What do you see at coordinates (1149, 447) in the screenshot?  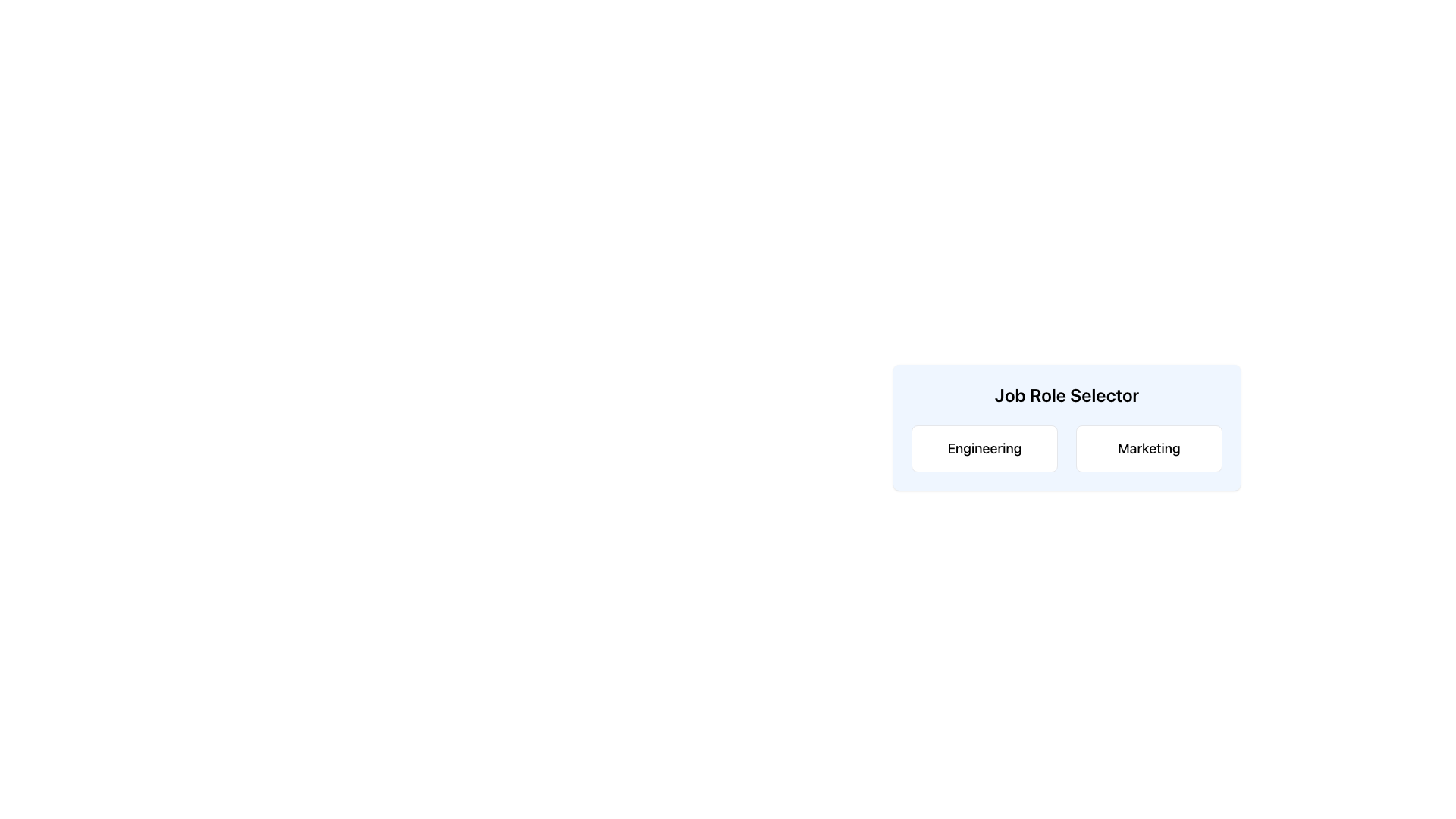 I see `the 'Marketing' text label on the second button of the 'Job Role Selector' panel` at bounding box center [1149, 447].